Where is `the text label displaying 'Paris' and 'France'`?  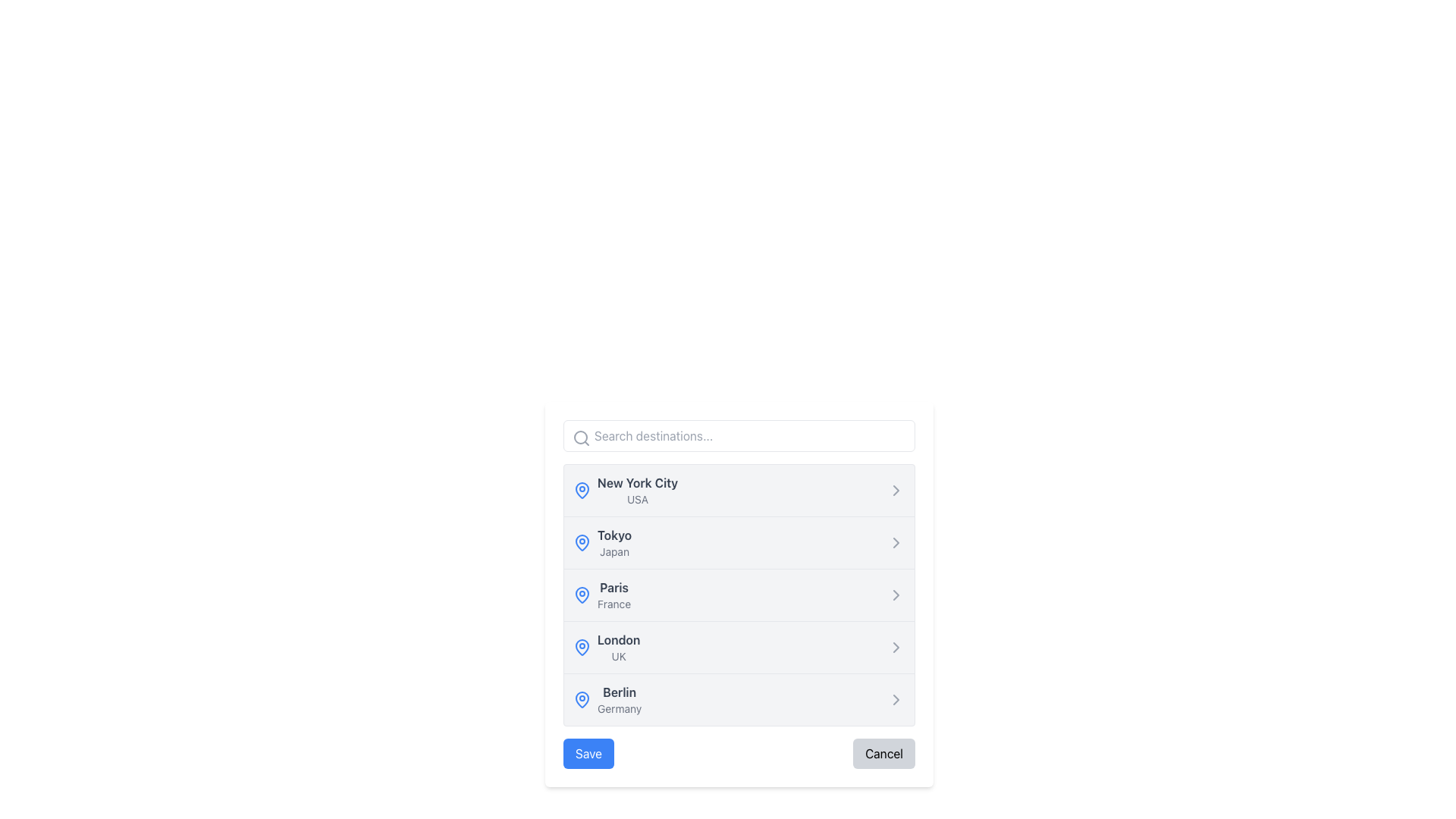
the text label displaying 'Paris' and 'France' is located at coordinates (614, 595).